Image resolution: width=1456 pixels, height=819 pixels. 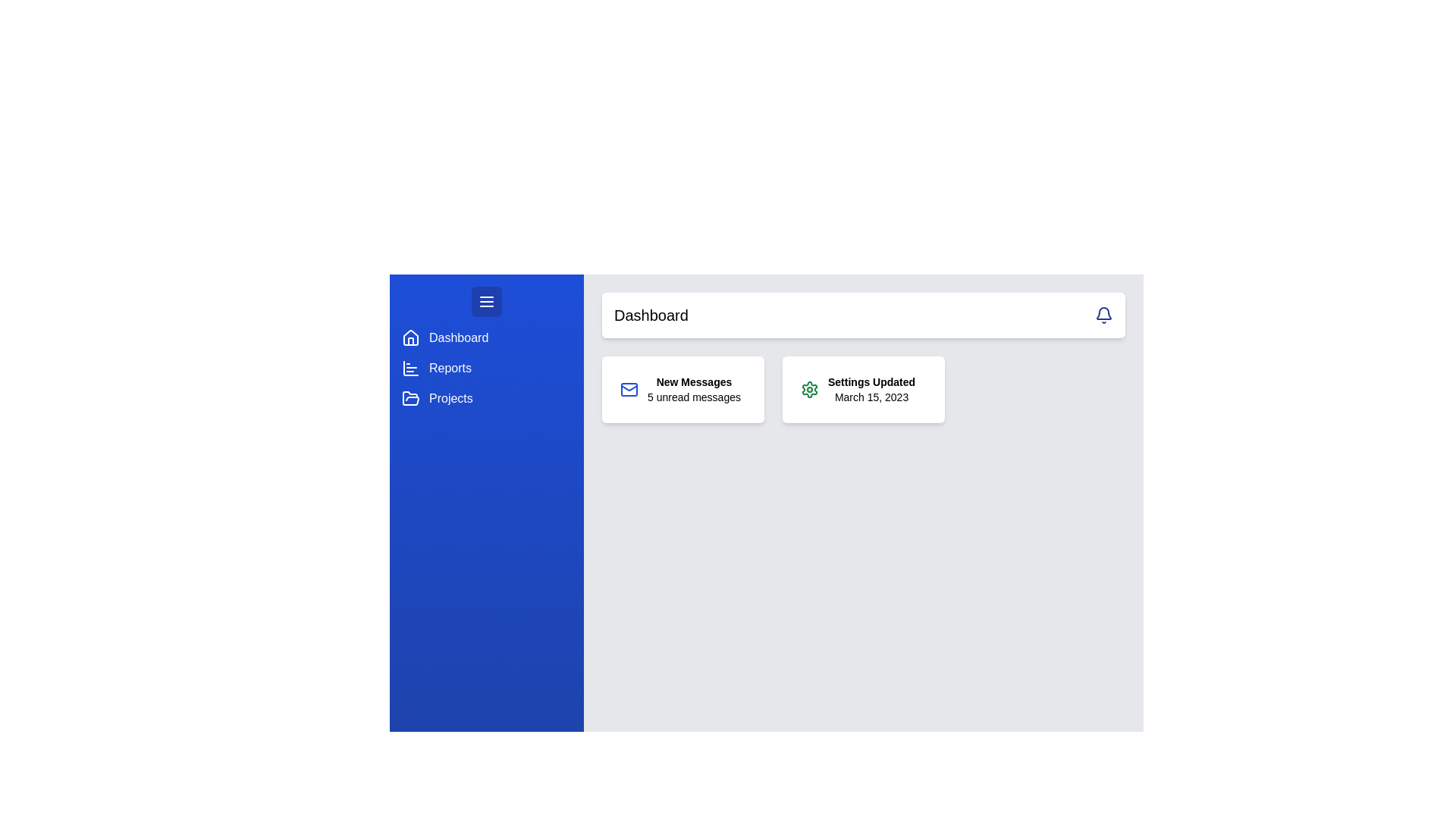 I want to click on the folder icon in the side navigation menu, so click(x=411, y=397).